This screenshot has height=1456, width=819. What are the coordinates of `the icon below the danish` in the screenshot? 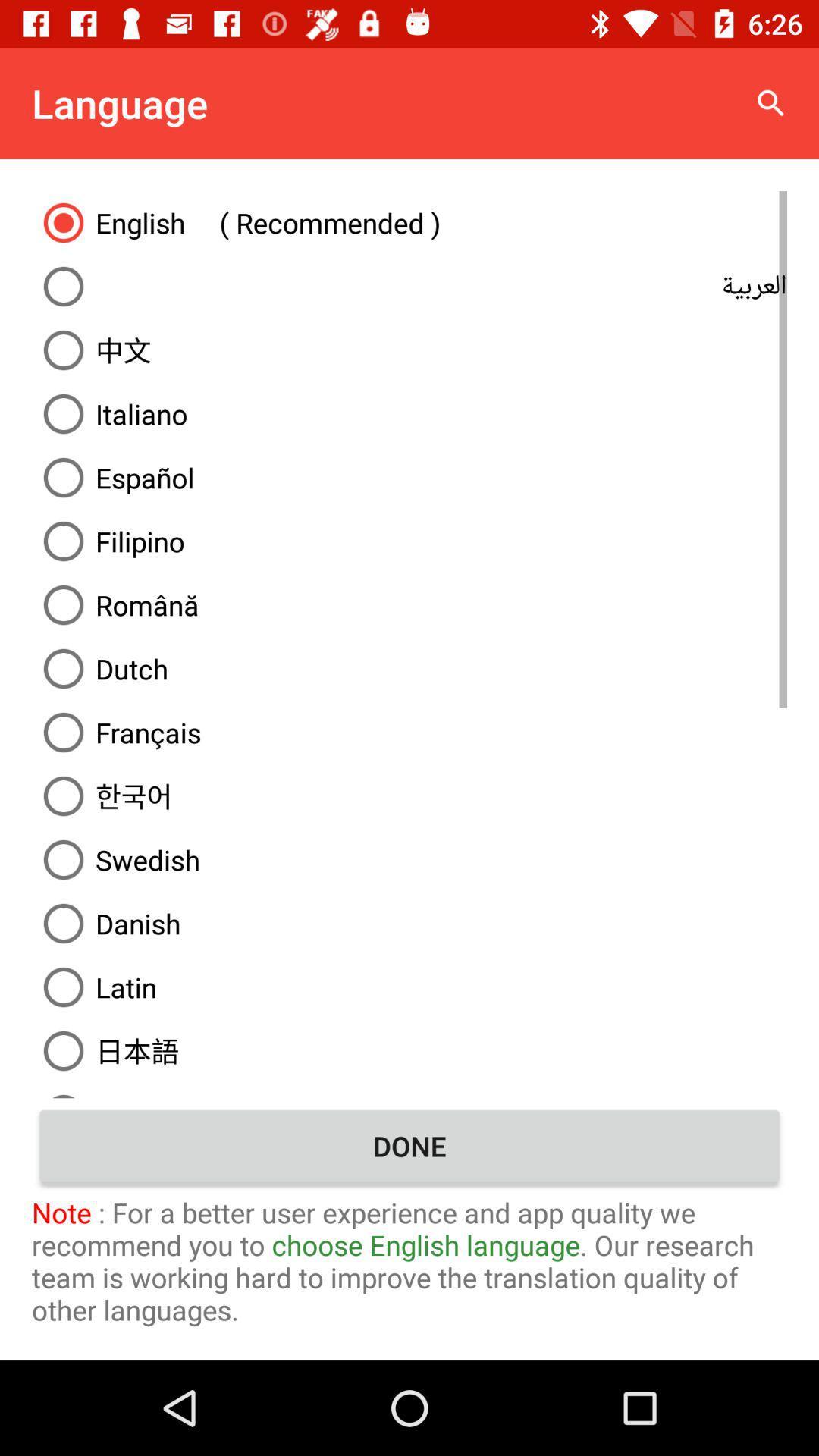 It's located at (409, 987).